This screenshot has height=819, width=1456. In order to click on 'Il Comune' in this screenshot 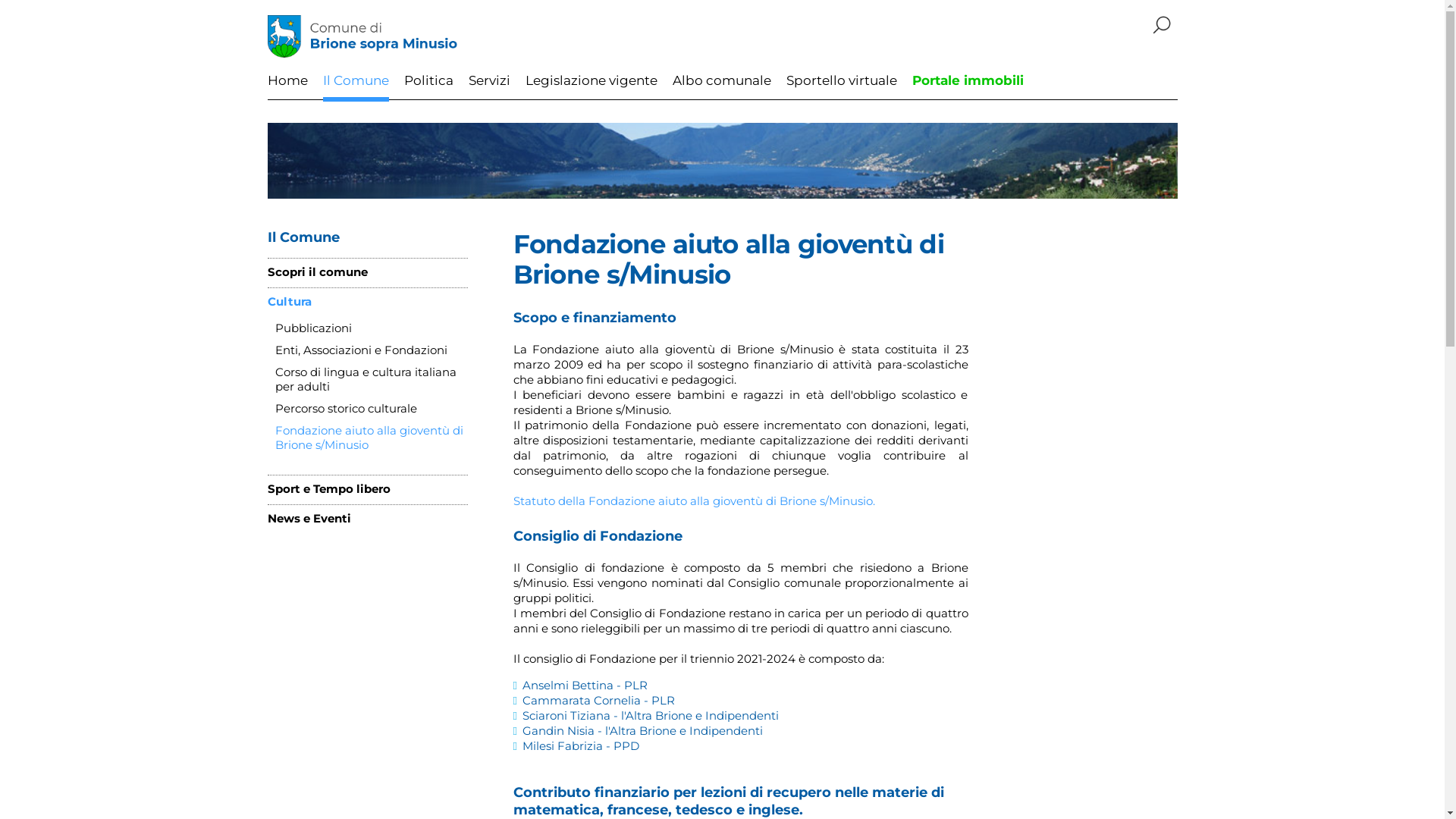, I will do `click(355, 87)`.